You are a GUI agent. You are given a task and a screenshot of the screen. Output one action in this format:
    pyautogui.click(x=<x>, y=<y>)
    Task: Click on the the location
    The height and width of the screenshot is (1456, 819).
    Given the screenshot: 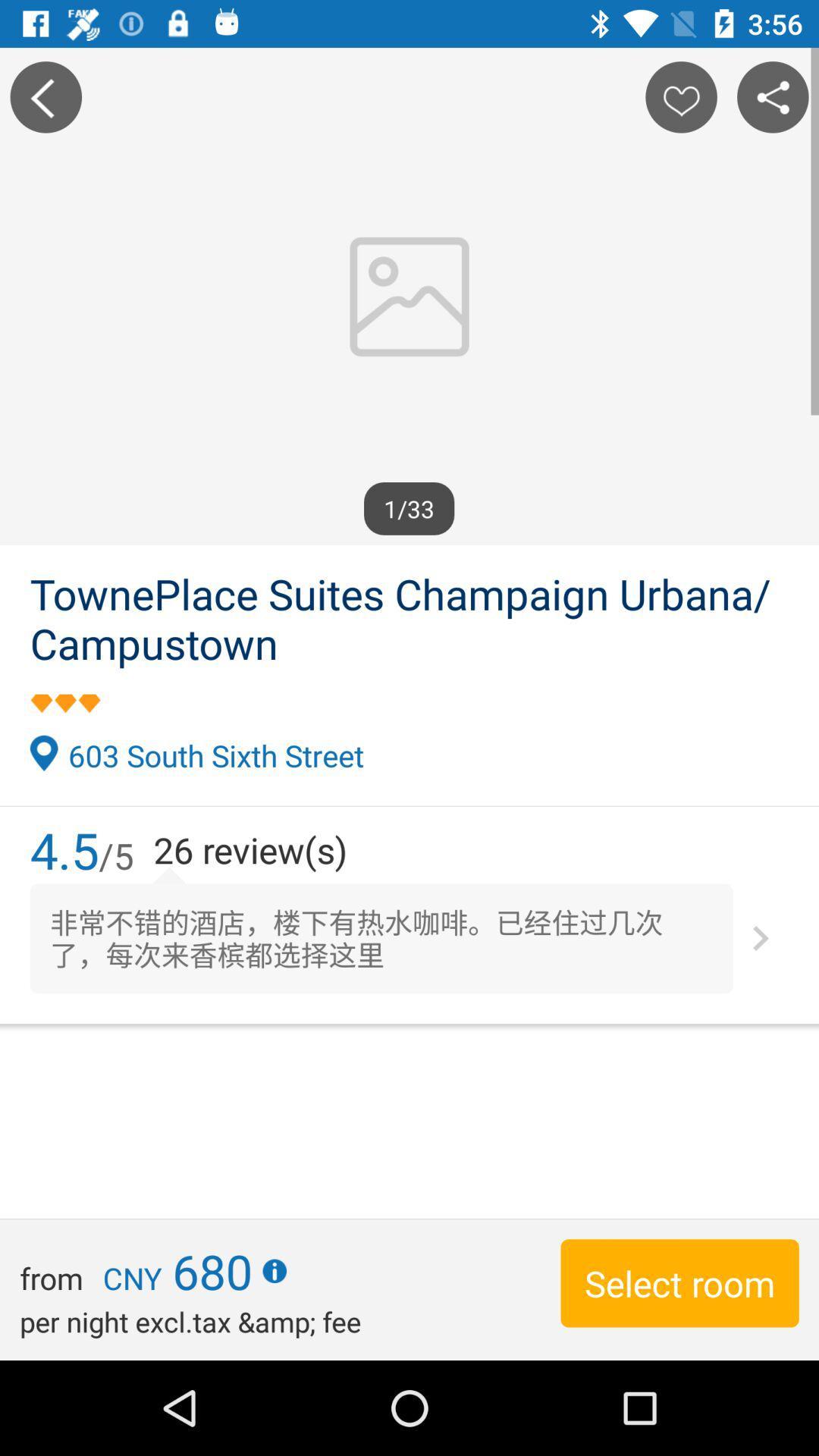 What is the action you would take?
    pyautogui.click(x=680, y=96)
    